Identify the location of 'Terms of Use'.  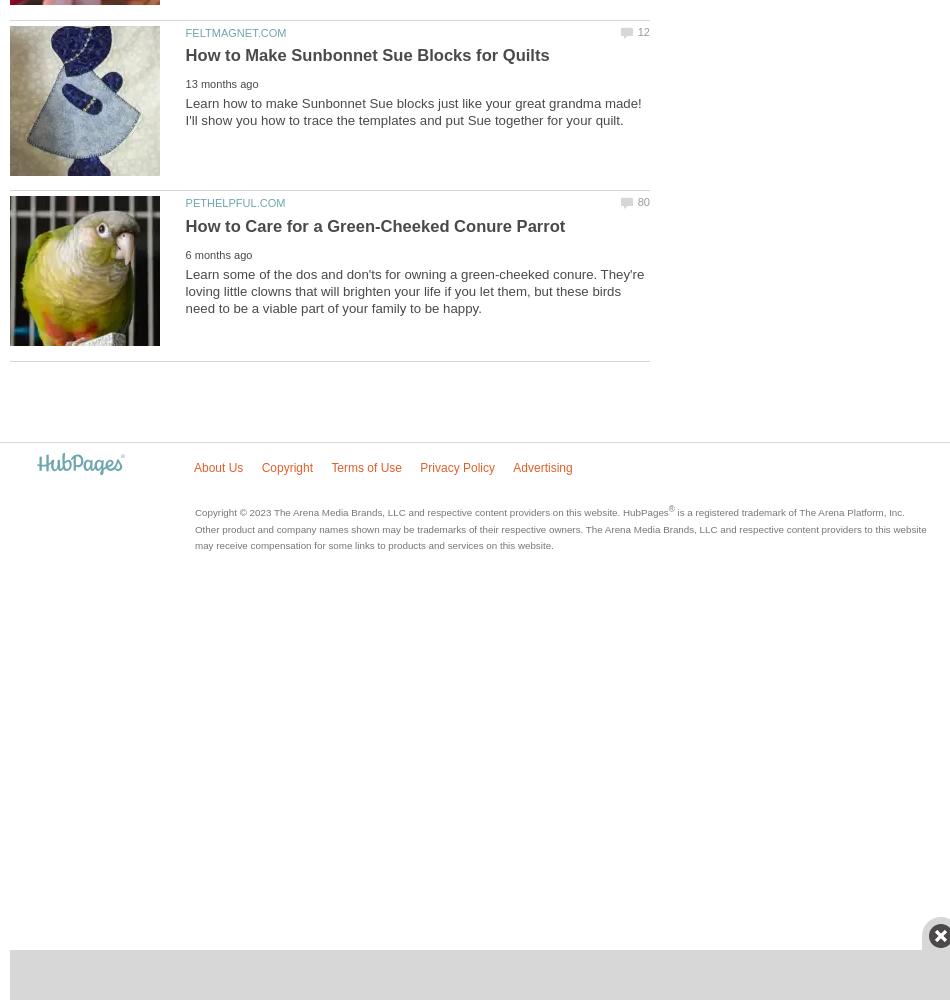
(329, 466).